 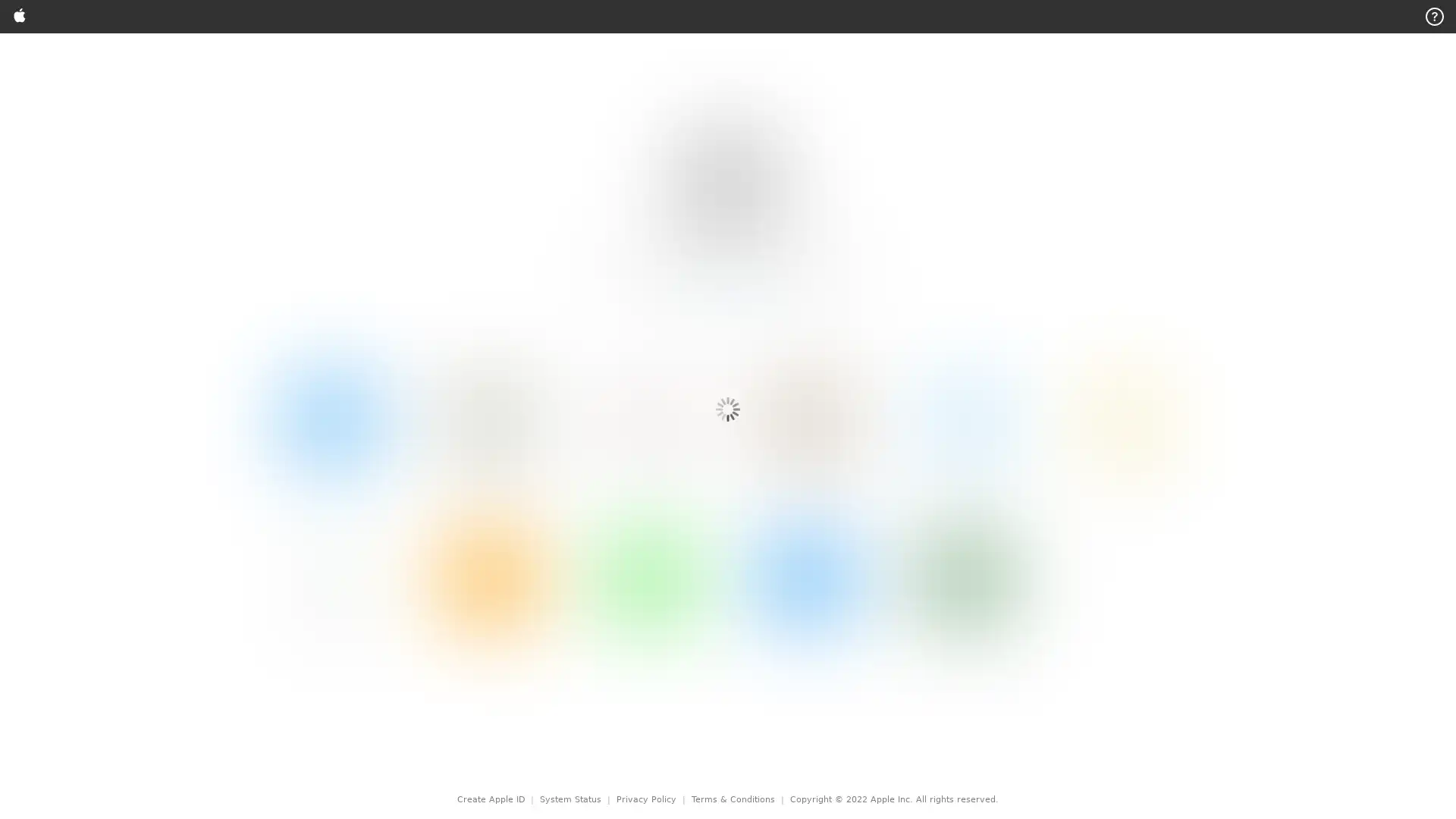 I want to click on Create your free Apple ID and get started today, so click(x=752, y=74).